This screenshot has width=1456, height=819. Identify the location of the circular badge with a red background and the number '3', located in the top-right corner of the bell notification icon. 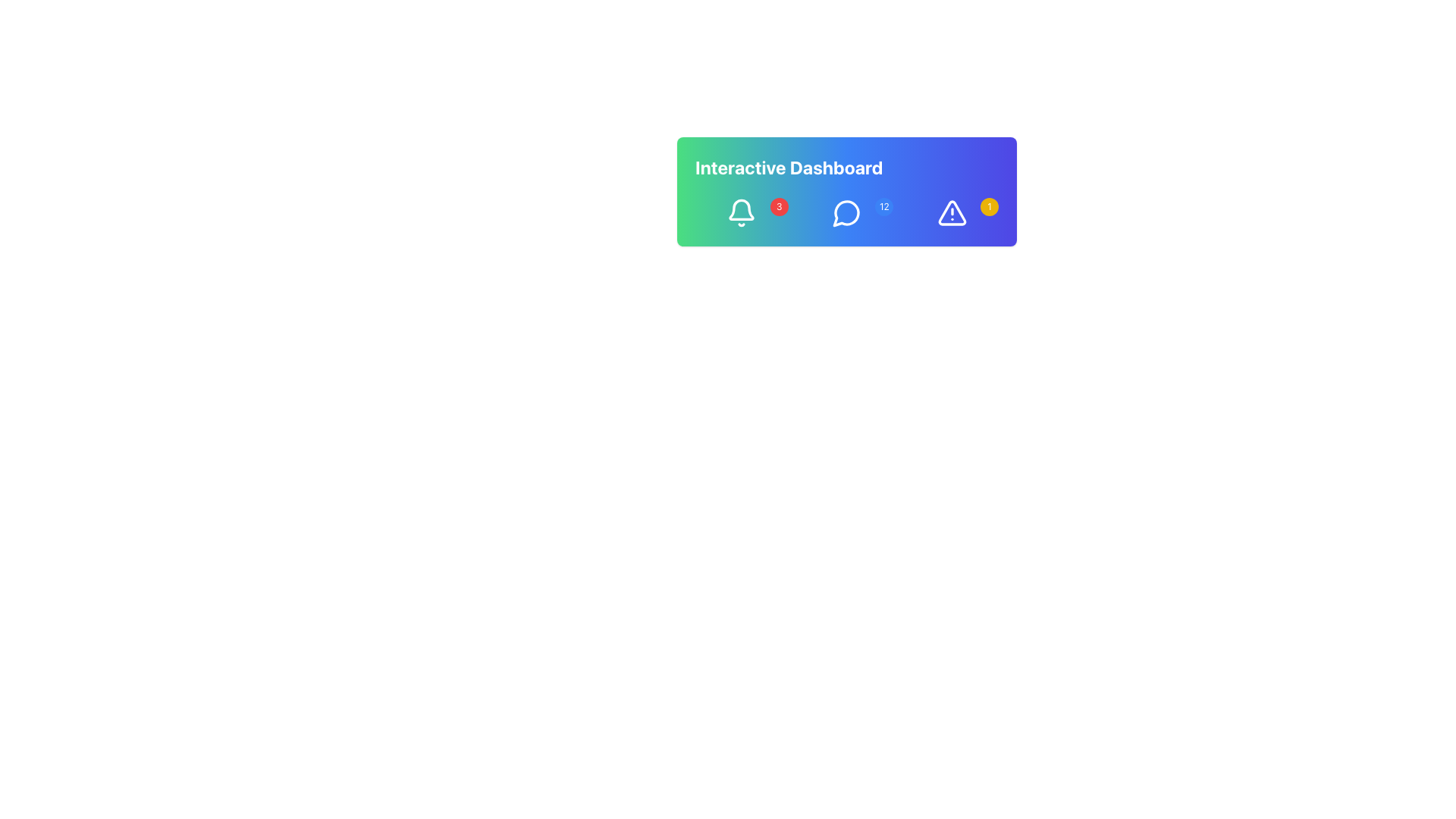
(779, 207).